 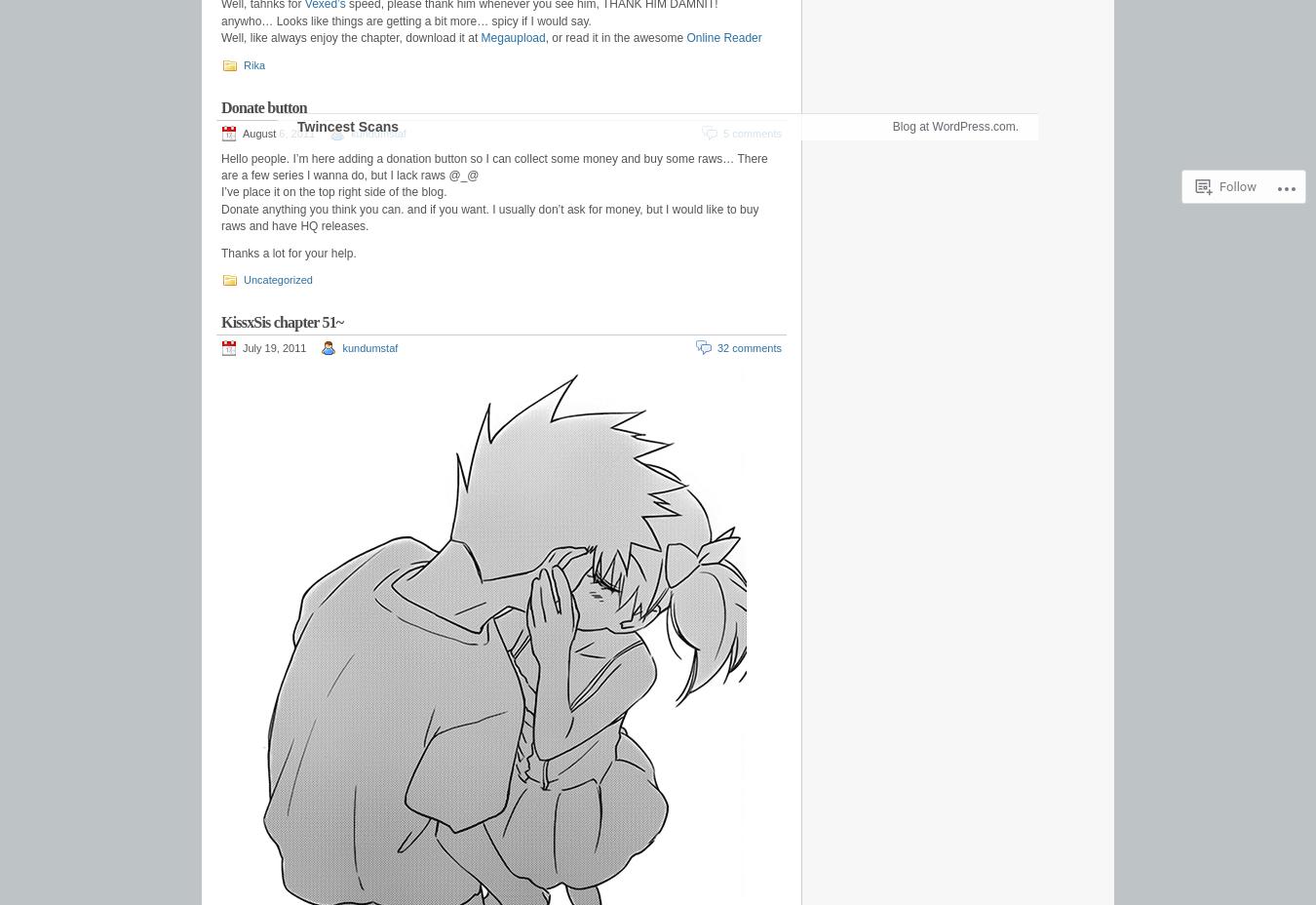 What do you see at coordinates (278, 133) in the screenshot?
I see `'August 6, 2011'` at bounding box center [278, 133].